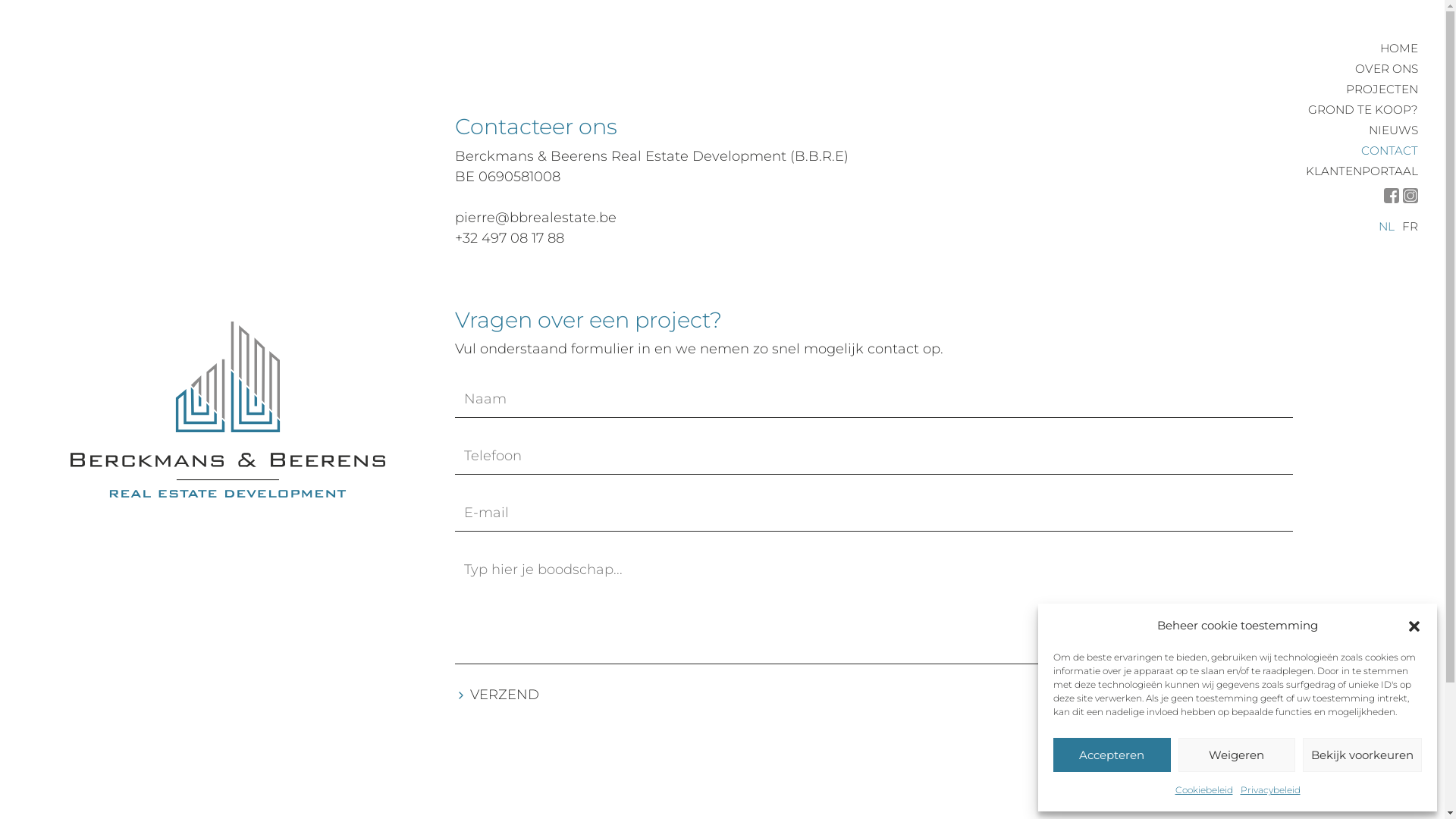 The width and height of the screenshot is (1456, 819). Describe the element at coordinates (510, 237) in the screenshot. I see `'+32 497 08 17 88'` at that location.